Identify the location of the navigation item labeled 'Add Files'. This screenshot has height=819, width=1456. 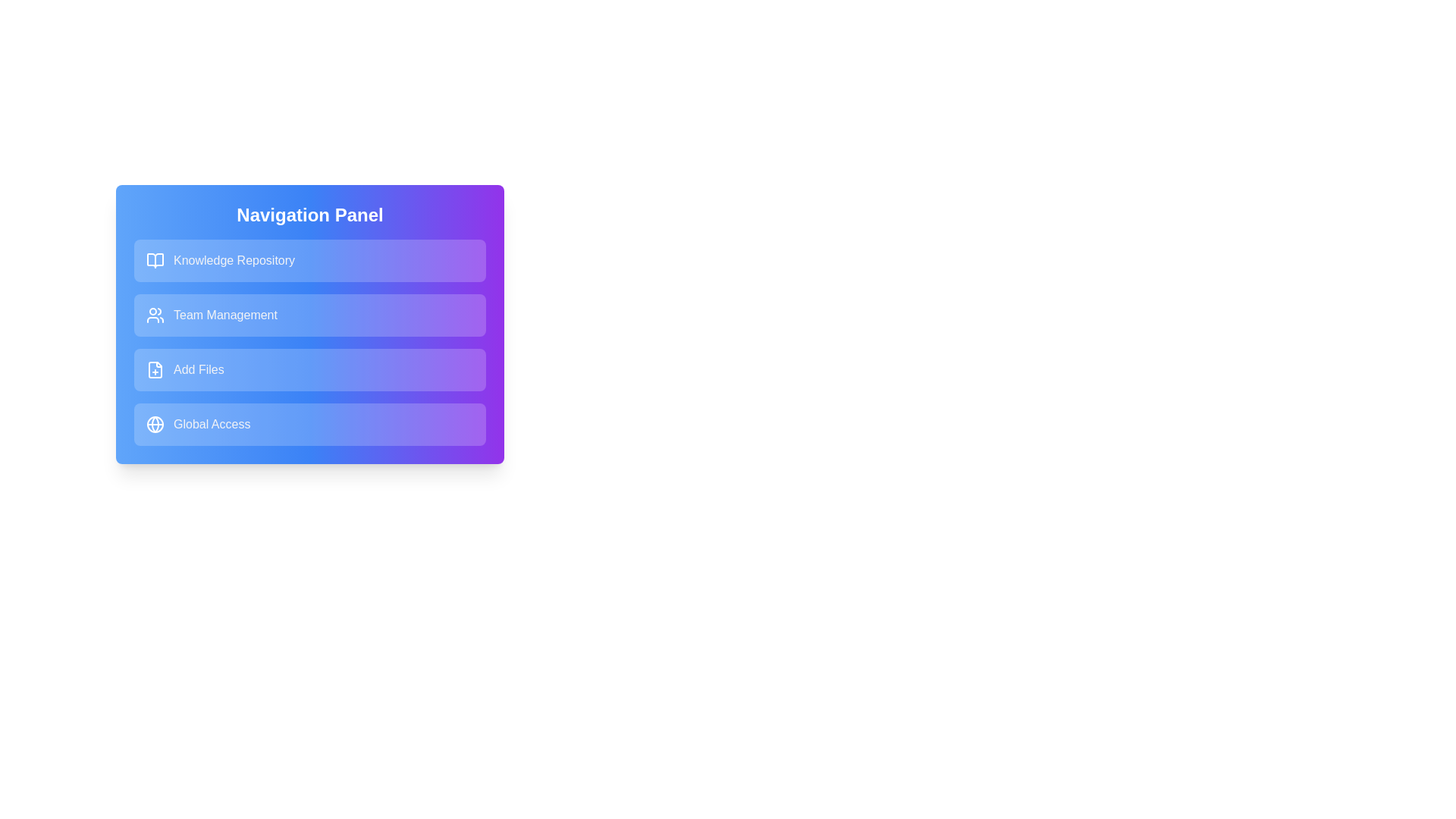
(309, 370).